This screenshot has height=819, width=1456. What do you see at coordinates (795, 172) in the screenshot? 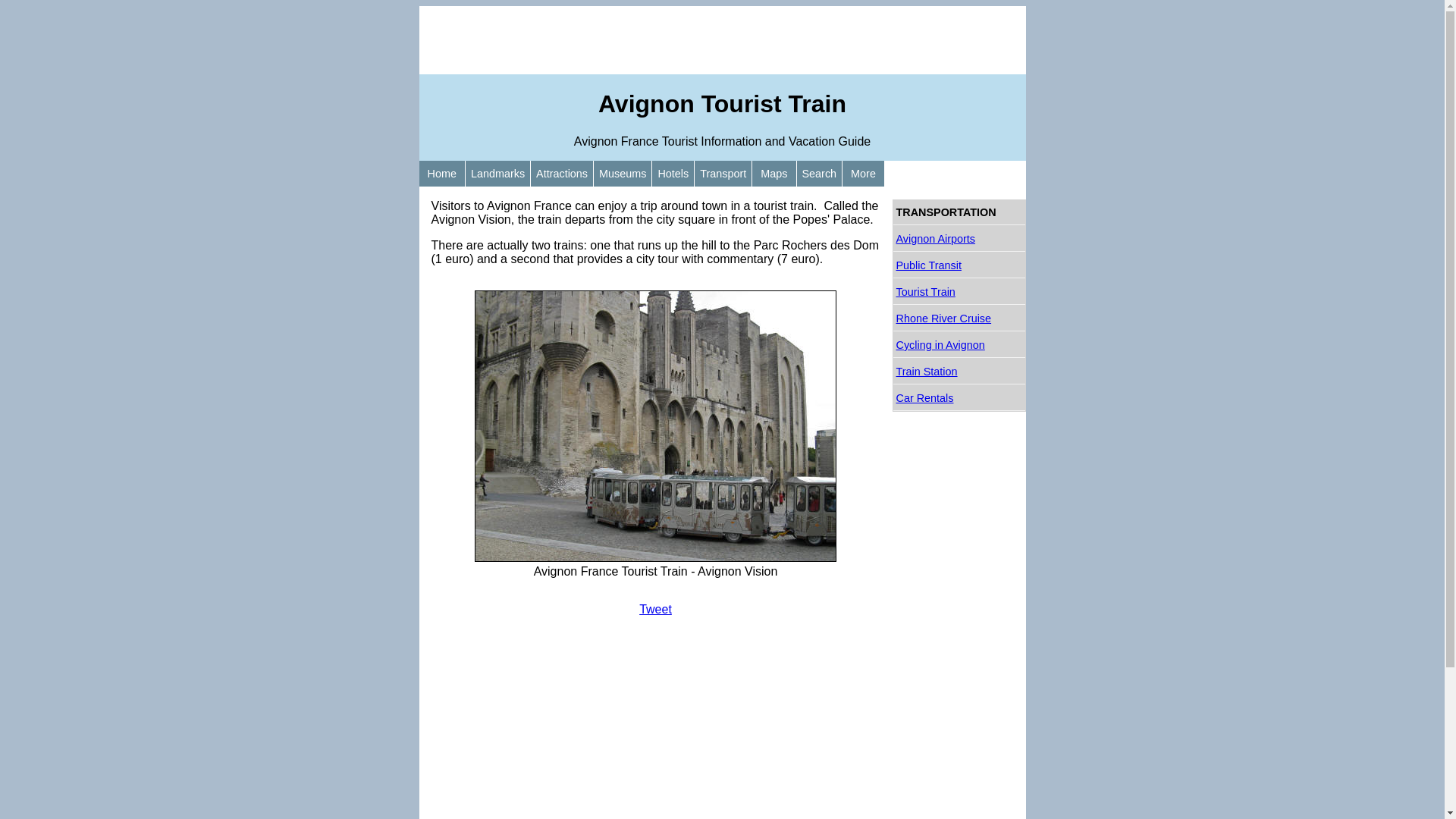
I see `'Search'` at bounding box center [795, 172].